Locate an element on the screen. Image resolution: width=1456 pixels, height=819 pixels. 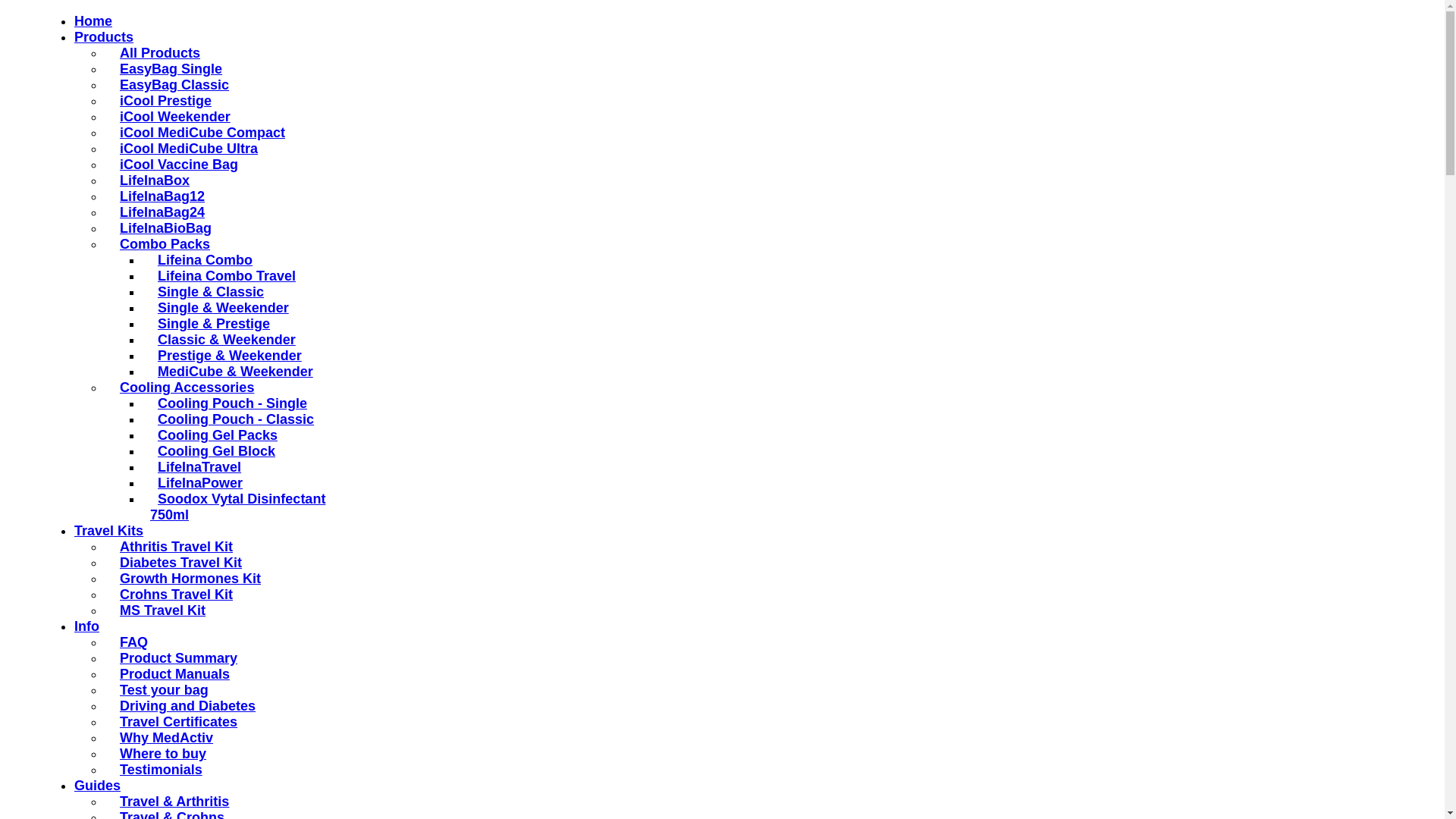
'Single & Weekender' is located at coordinates (218, 307).